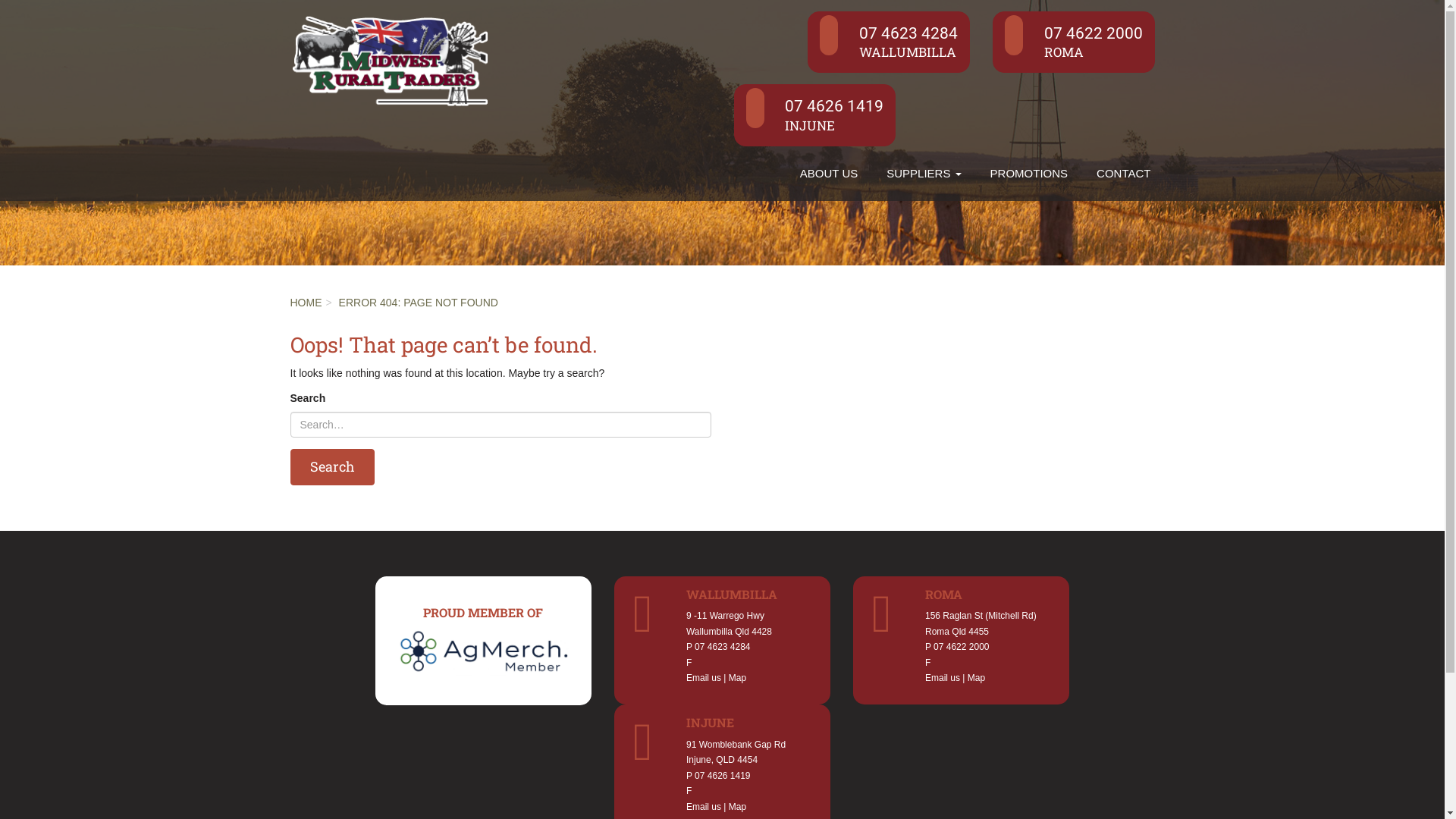  I want to click on 'SUPPLIERS', so click(923, 172).